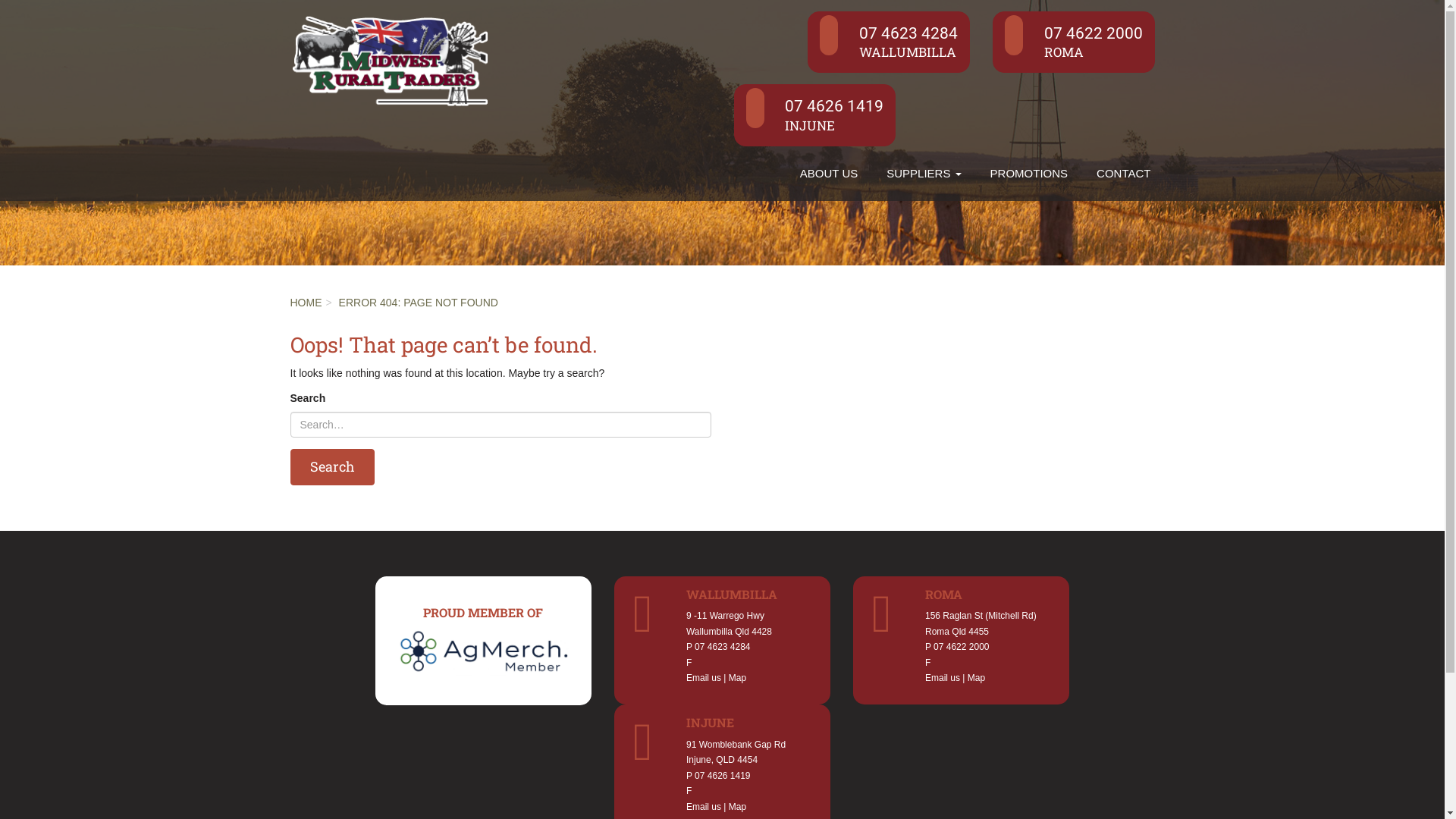  I want to click on 'SUPPLIERS', so click(923, 172).